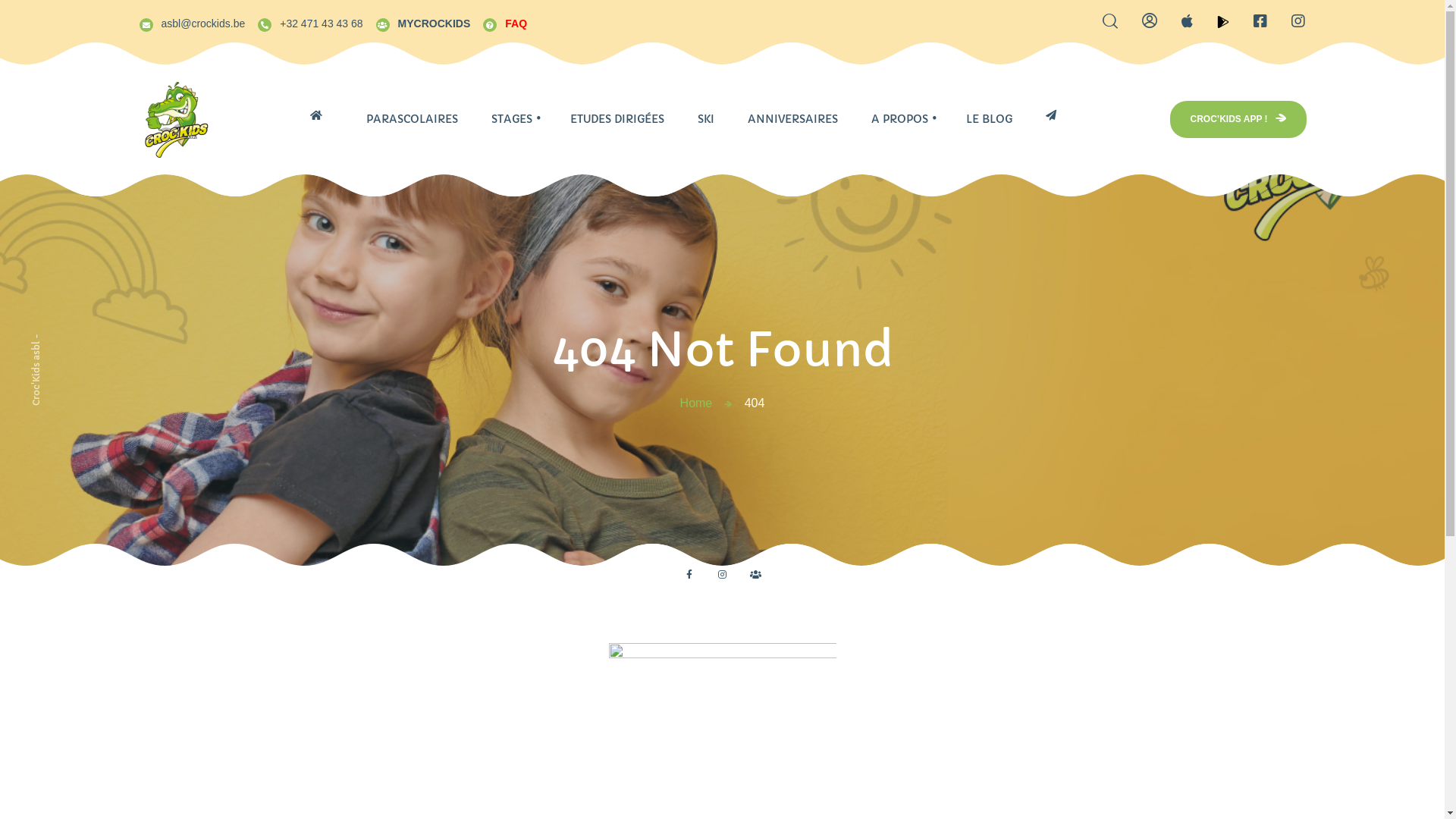 This screenshot has width=1456, height=819. Describe the element at coordinates (190, 22) in the screenshot. I see `'asbl@crockids.be'` at that location.